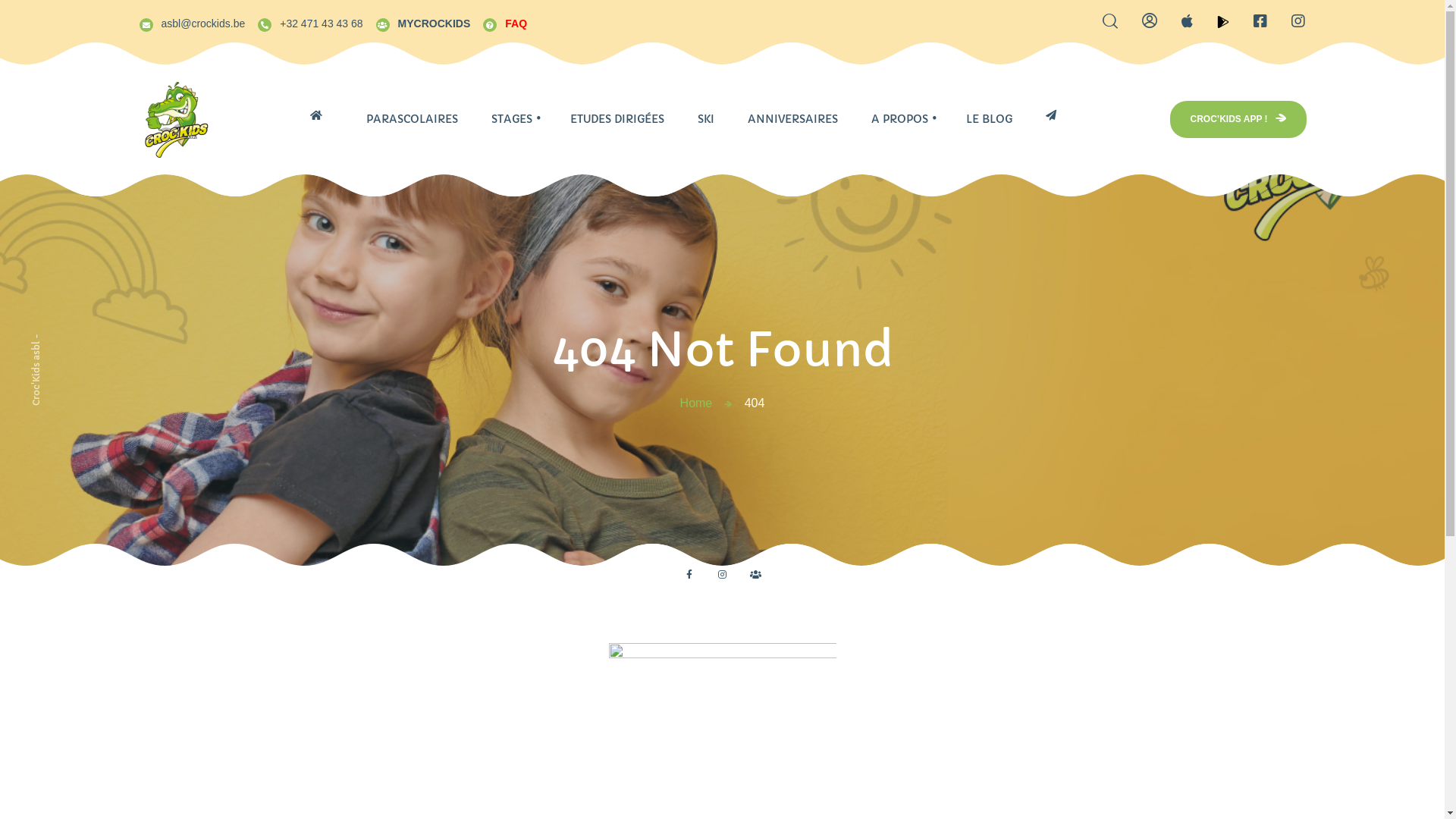 This screenshot has width=1456, height=819. Describe the element at coordinates (190, 22) in the screenshot. I see `'asbl@crockids.be'` at that location.